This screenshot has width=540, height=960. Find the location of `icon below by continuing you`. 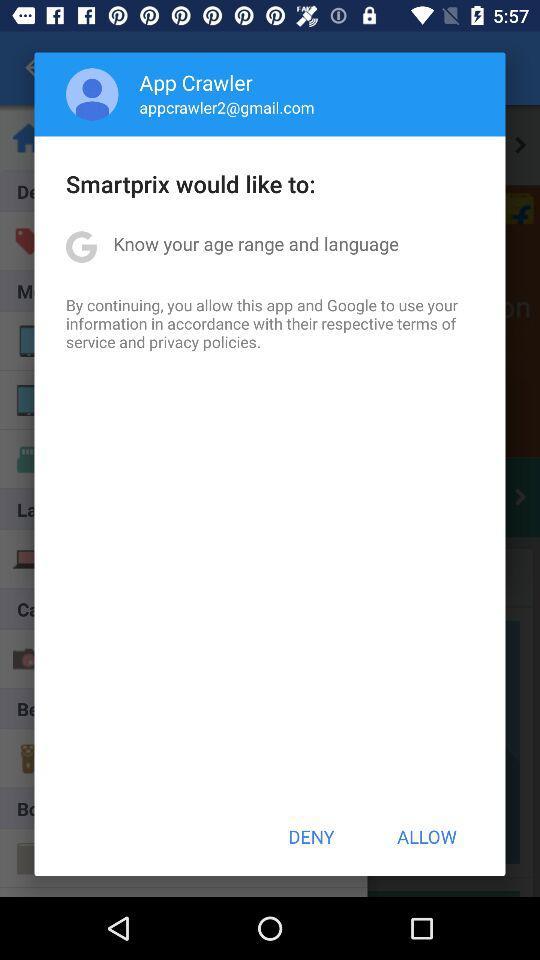

icon below by continuing you is located at coordinates (311, 836).